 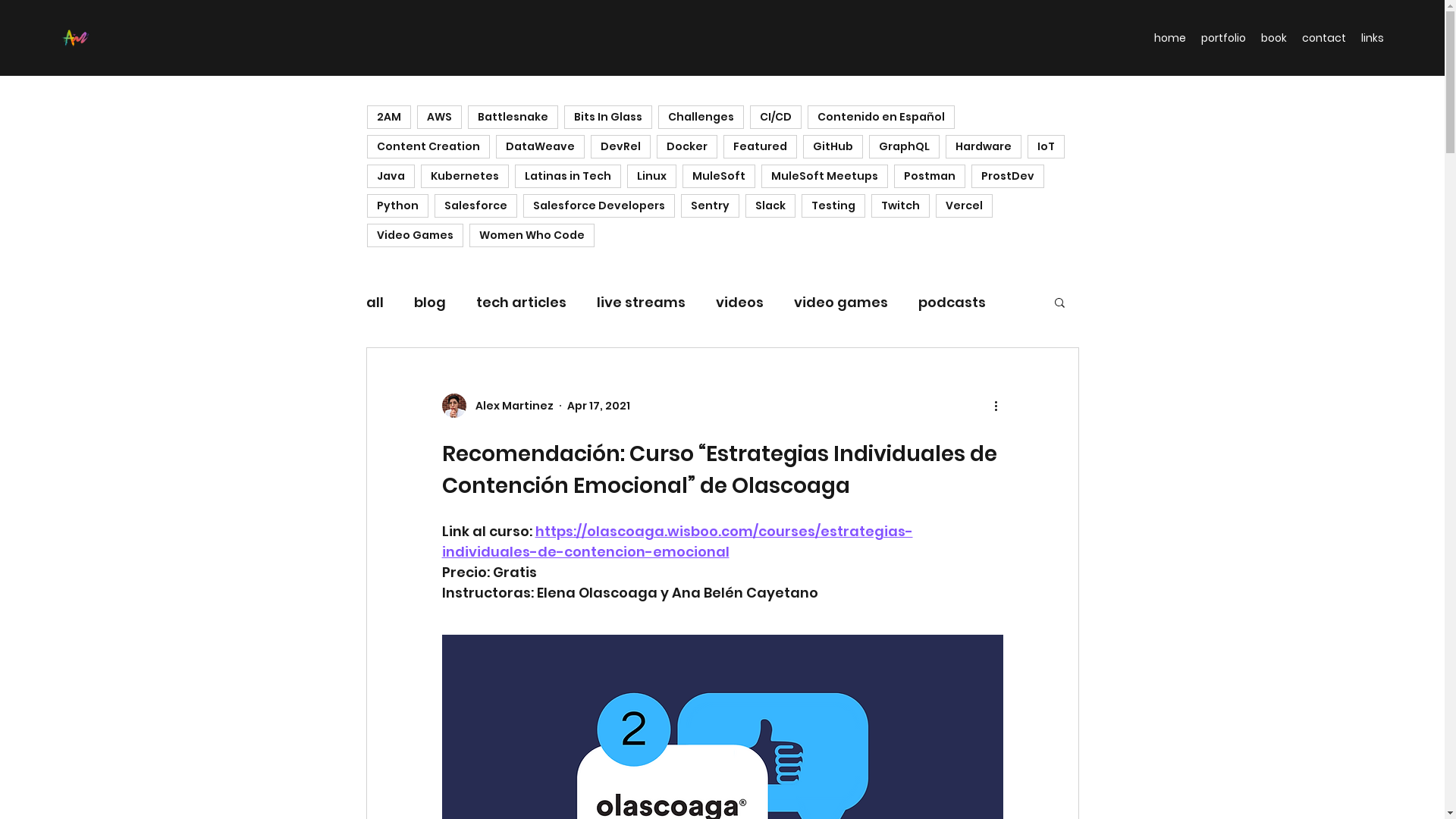 I want to click on 'CI/CD', so click(x=775, y=116).